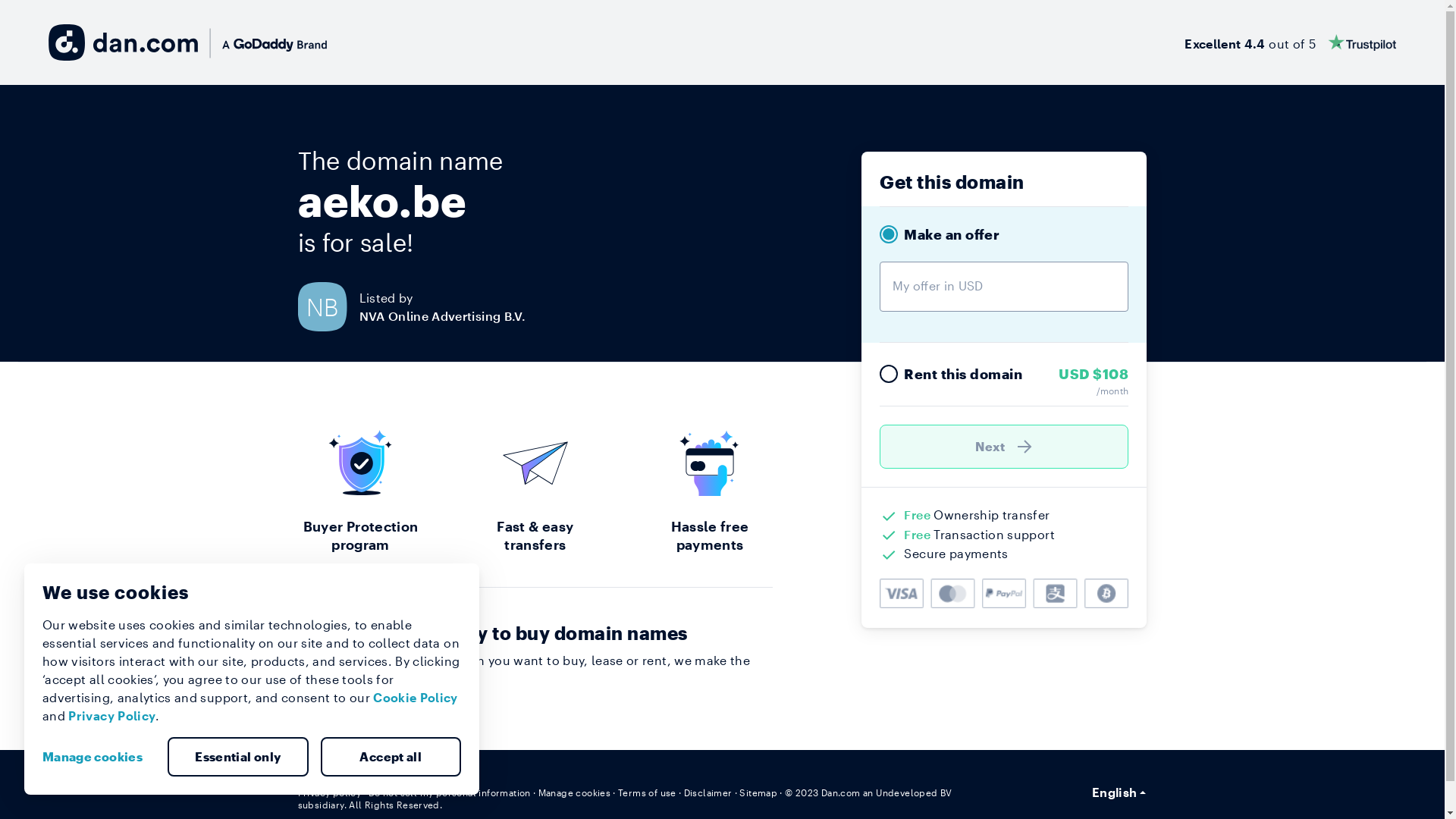 The image size is (1456, 819). Describe the element at coordinates (328, 792) in the screenshot. I see `'Privacy policy'` at that location.